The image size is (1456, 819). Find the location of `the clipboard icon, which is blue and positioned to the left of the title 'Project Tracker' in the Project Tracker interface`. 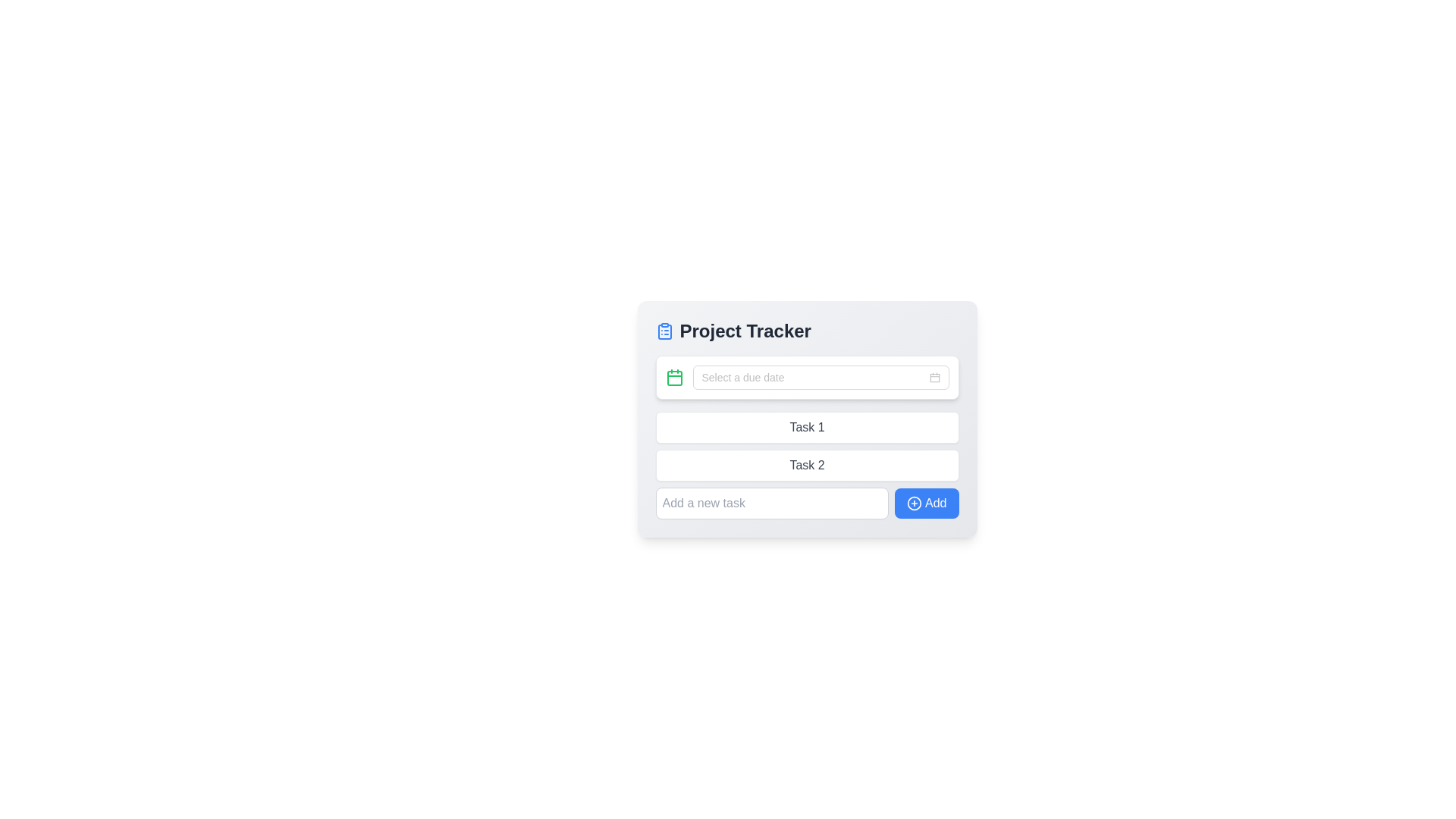

the clipboard icon, which is blue and positioned to the left of the title 'Project Tracker' in the Project Tracker interface is located at coordinates (664, 330).